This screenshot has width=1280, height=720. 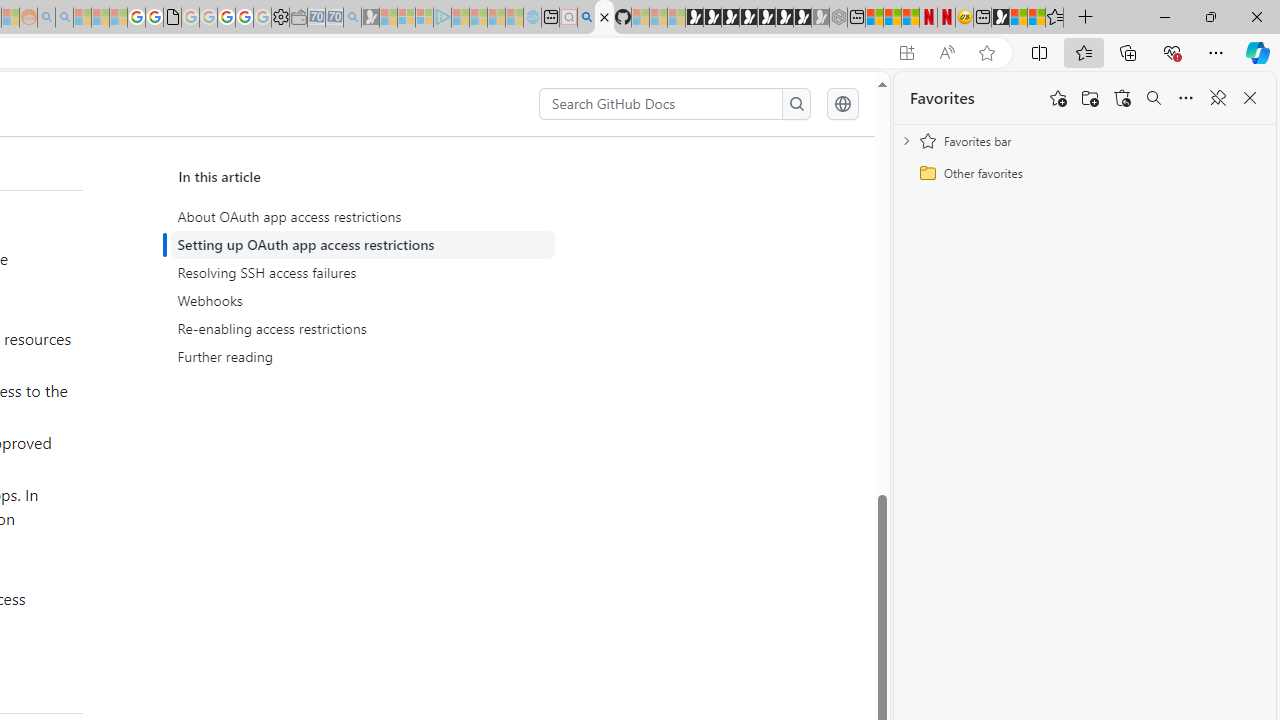 I want to click on 'Webhooks', so click(x=362, y=301).